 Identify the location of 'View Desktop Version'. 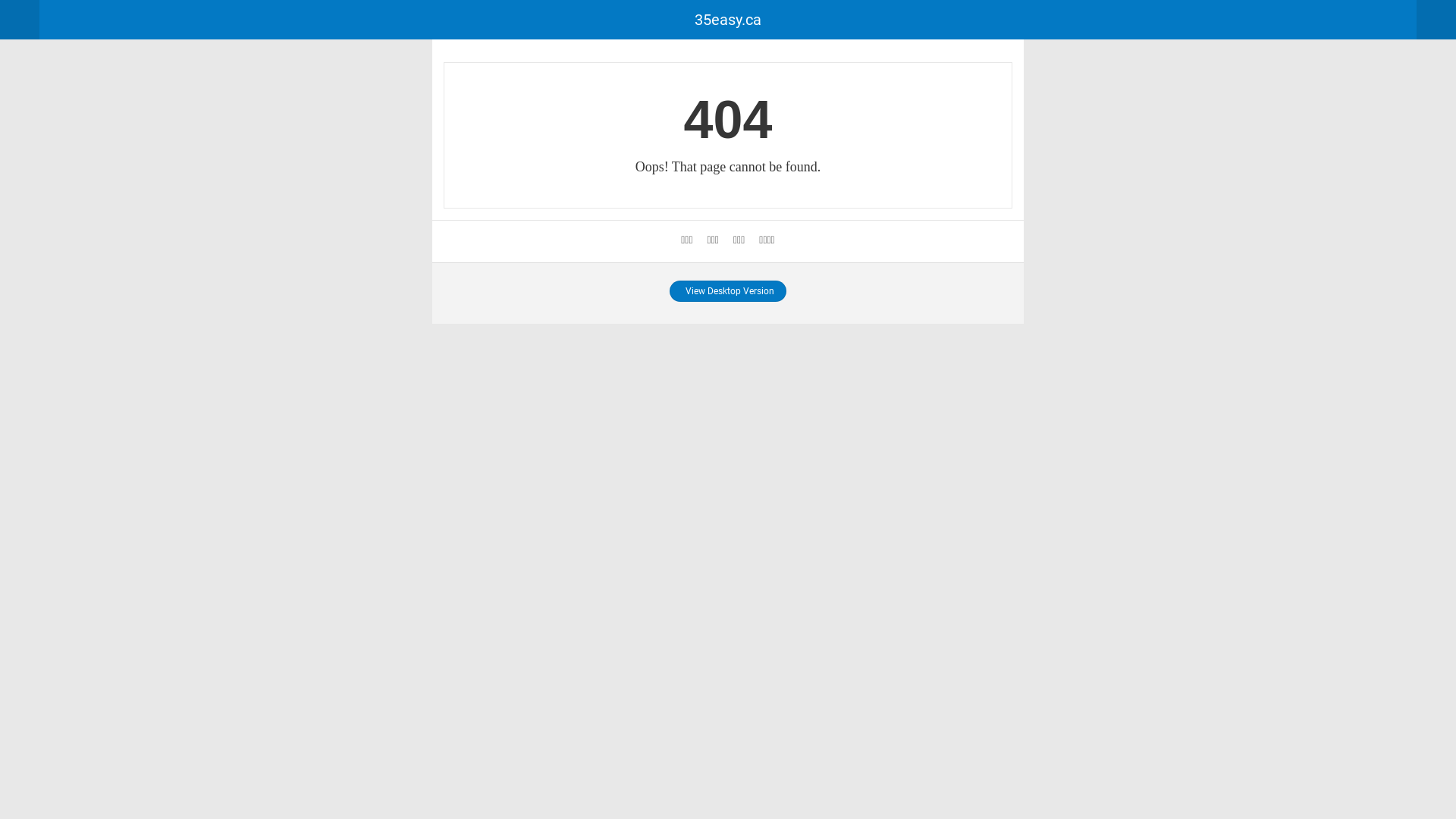
(728, 291).